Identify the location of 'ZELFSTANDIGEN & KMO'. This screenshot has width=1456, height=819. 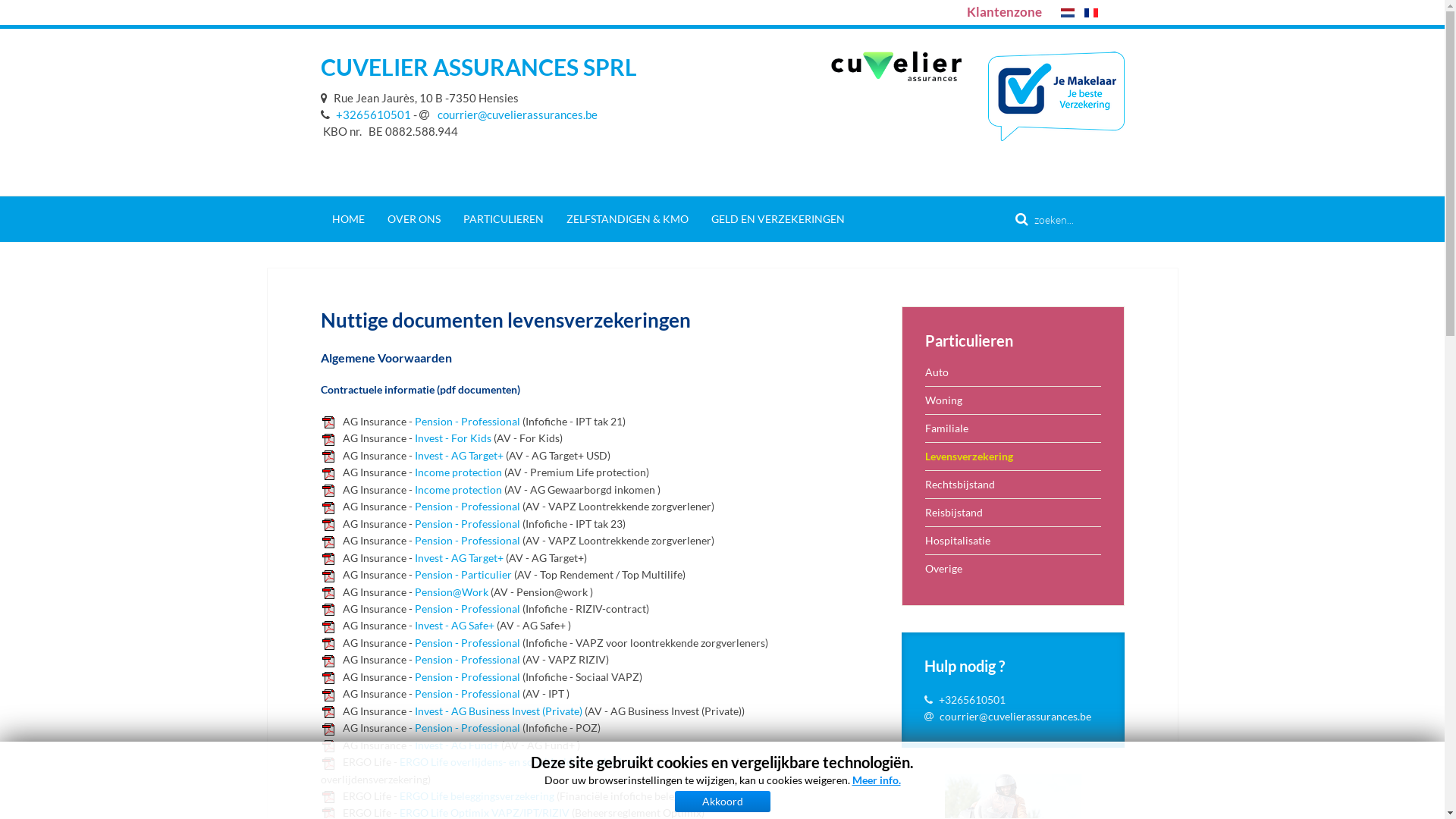
(627, 219).